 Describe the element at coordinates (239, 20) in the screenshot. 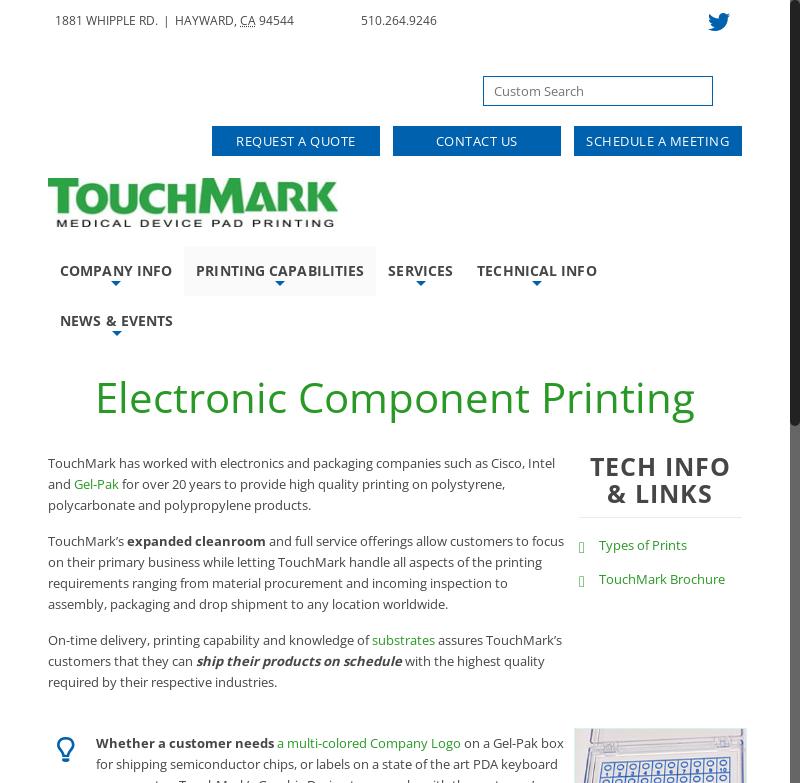

I see `'CA'` at that location.